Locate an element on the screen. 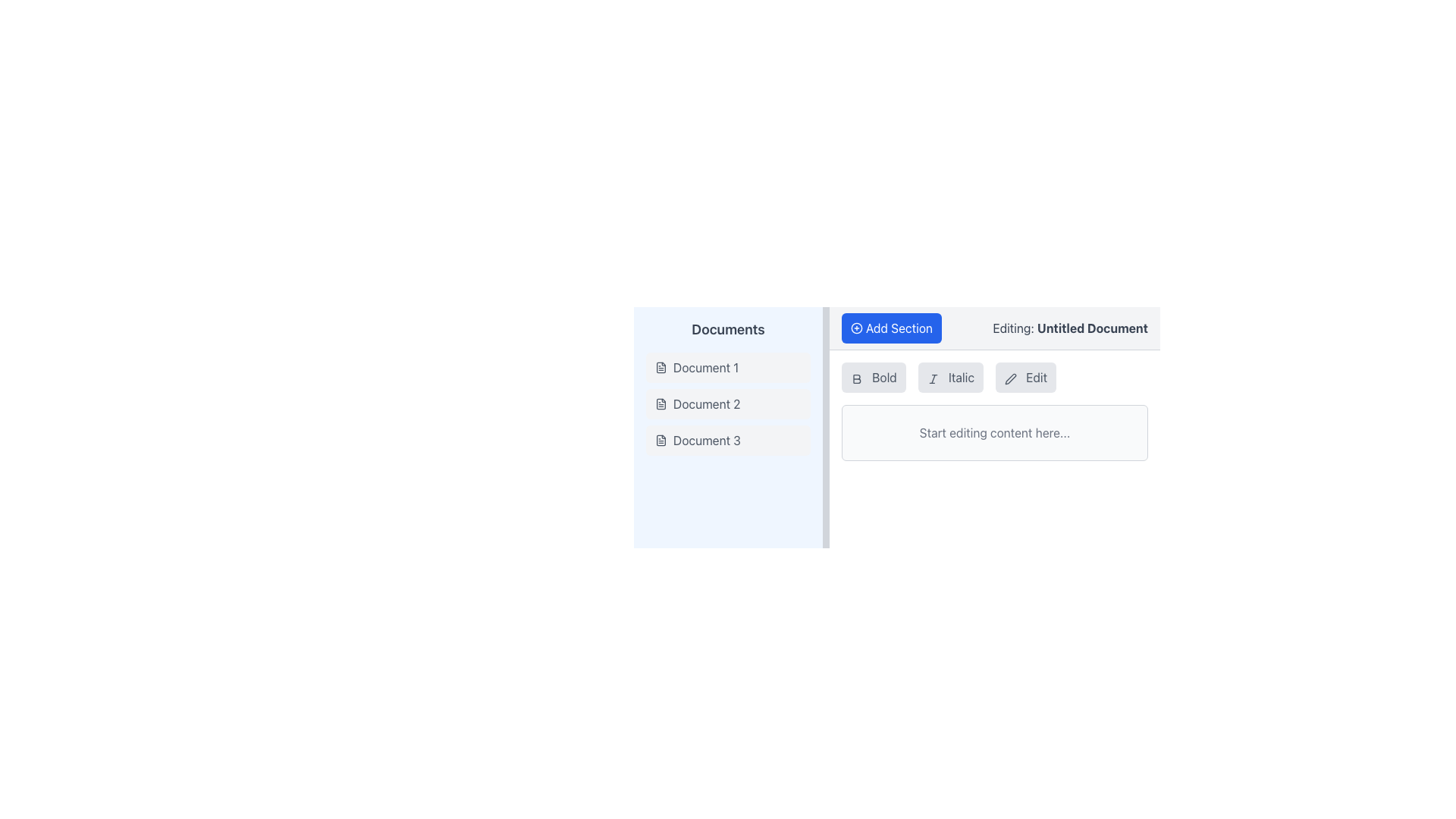  the circular SVG icon that symbolizes an add or create action, located to the left of the 'Add Section' label at the top-center of the interface is located at coordinates (856, 327).